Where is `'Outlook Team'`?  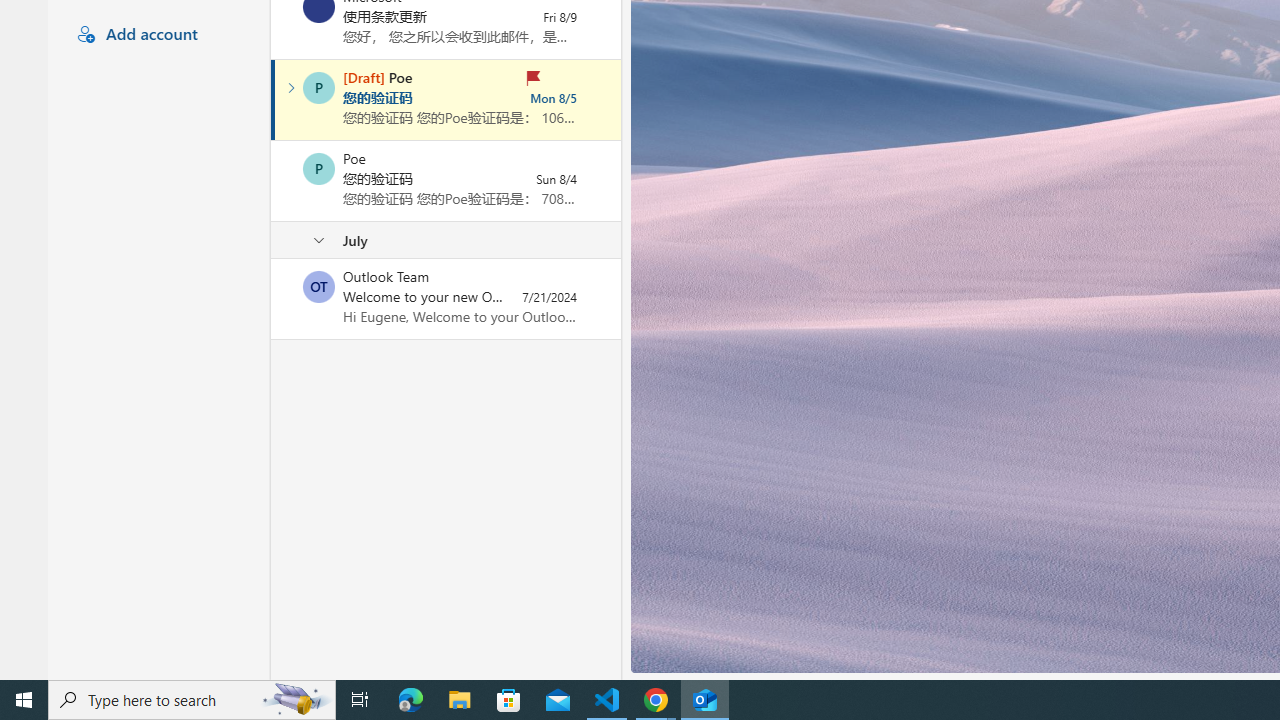 'Outlook Team' is located at coordinates (318, 286).